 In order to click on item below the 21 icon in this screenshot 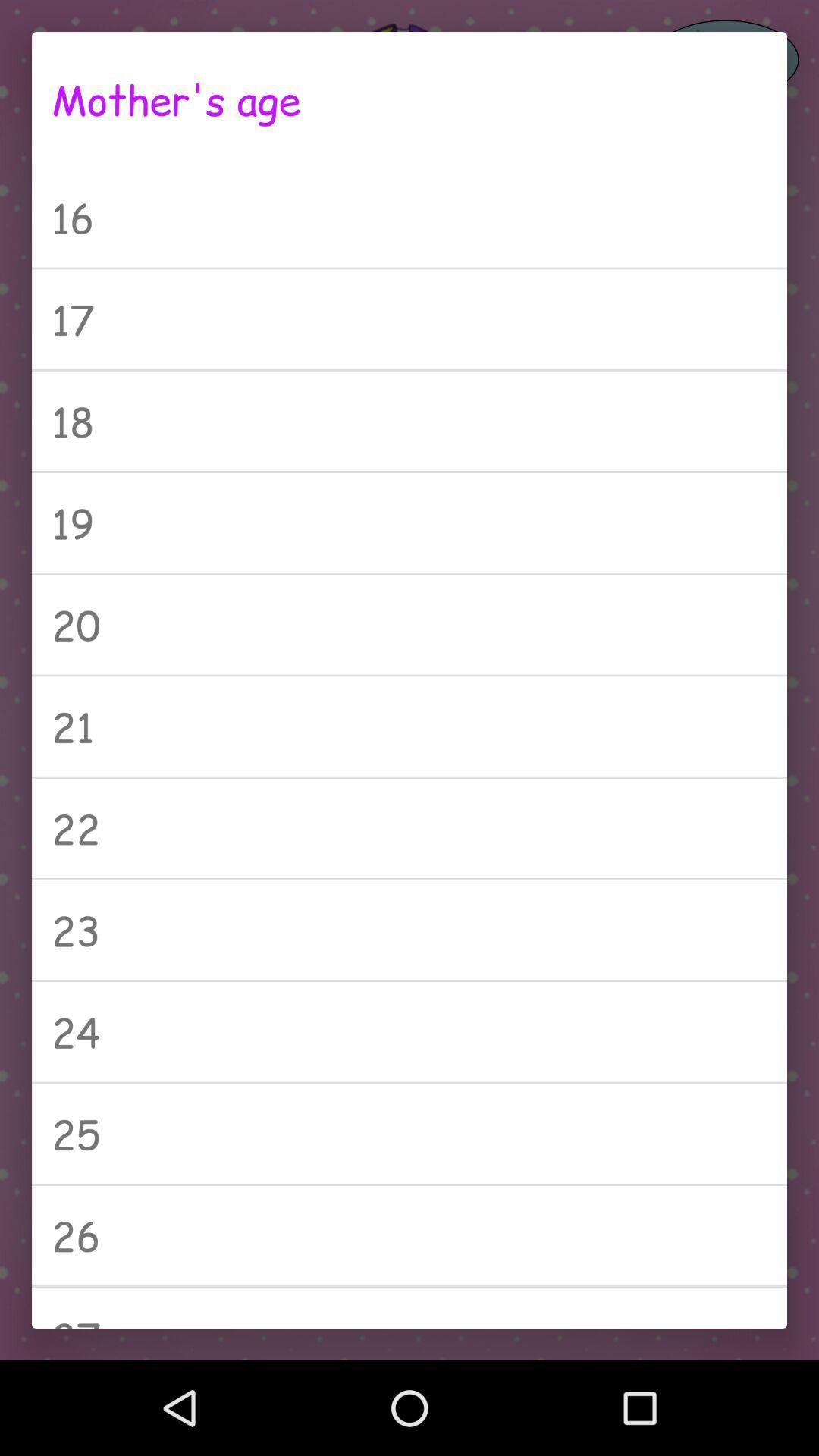, I will do `click(409, 827)`.